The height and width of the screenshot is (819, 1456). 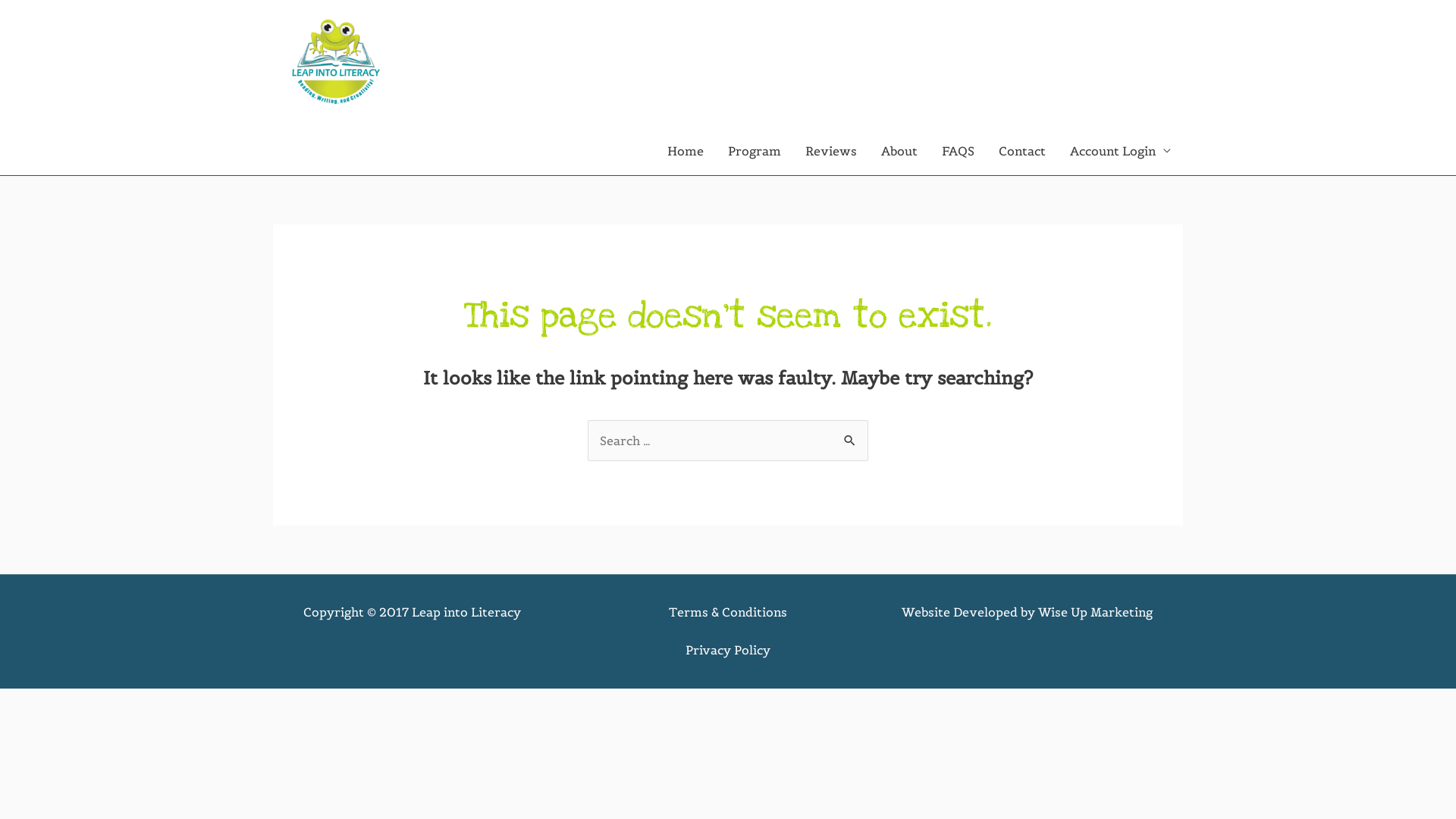 I want to click on 'Account Login', so click(x=1120, y=151).